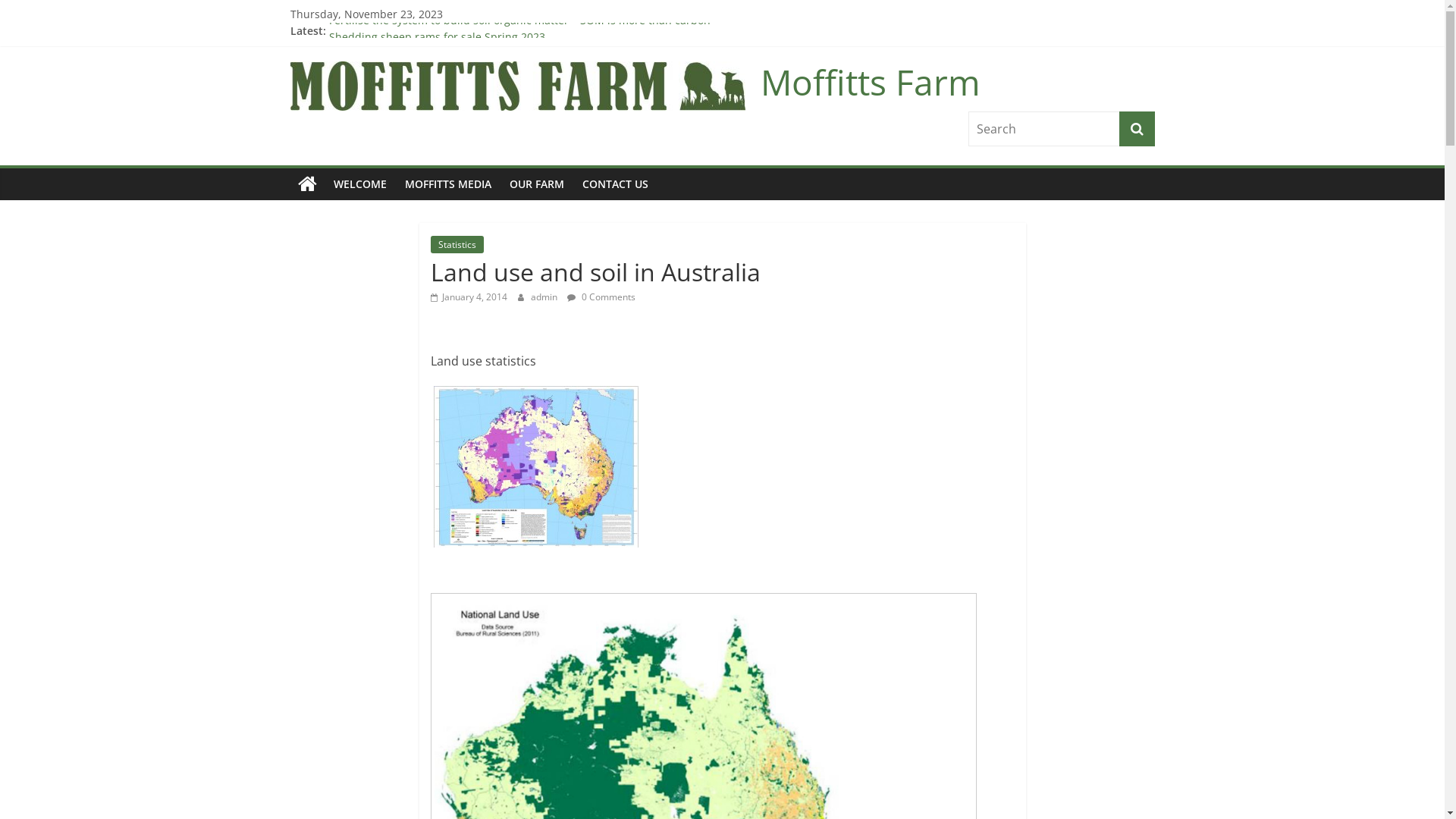  I want to click on 'OUR FARM', so click(537, 184).